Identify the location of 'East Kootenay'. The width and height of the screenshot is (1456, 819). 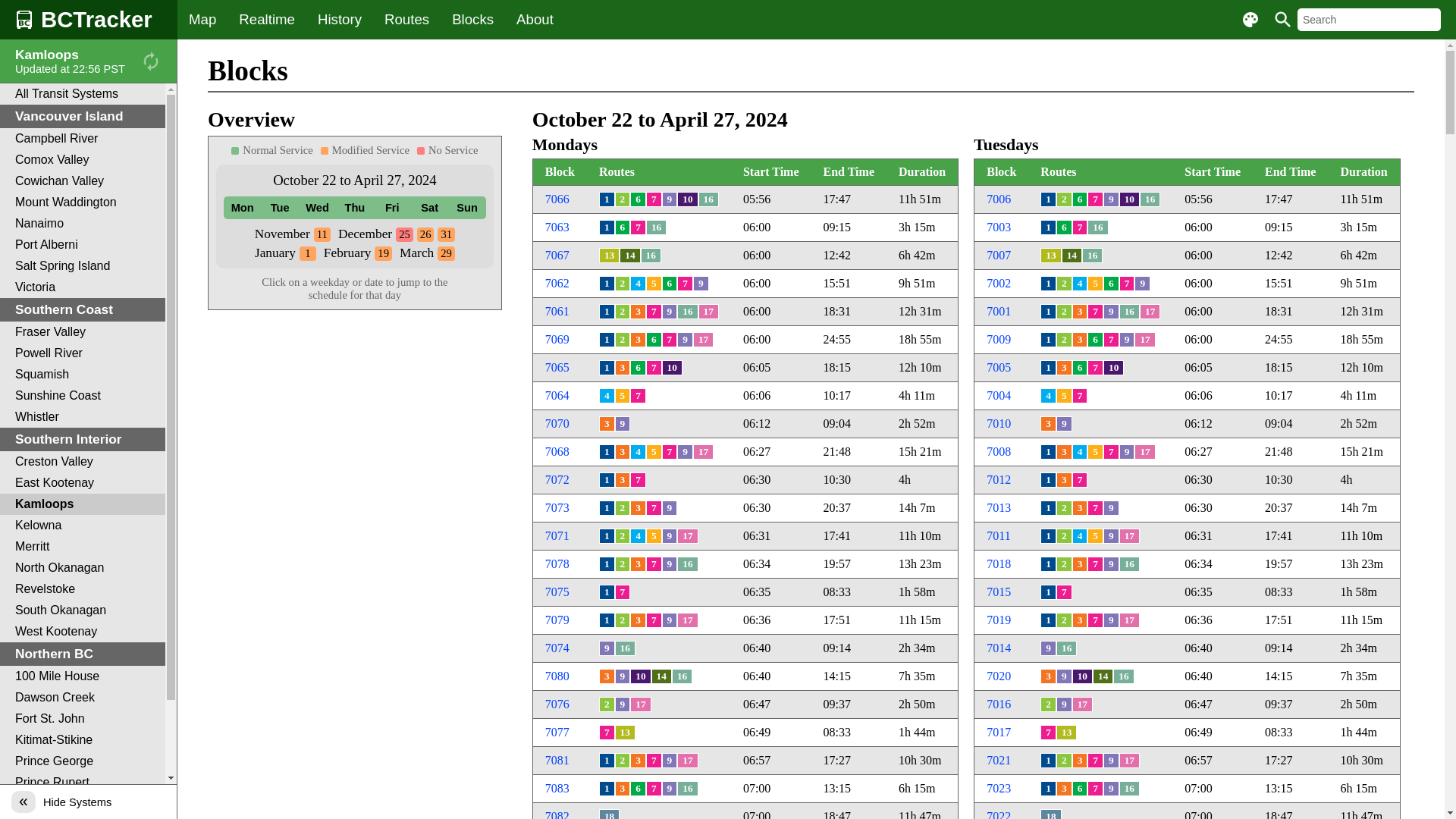
(0, 482).